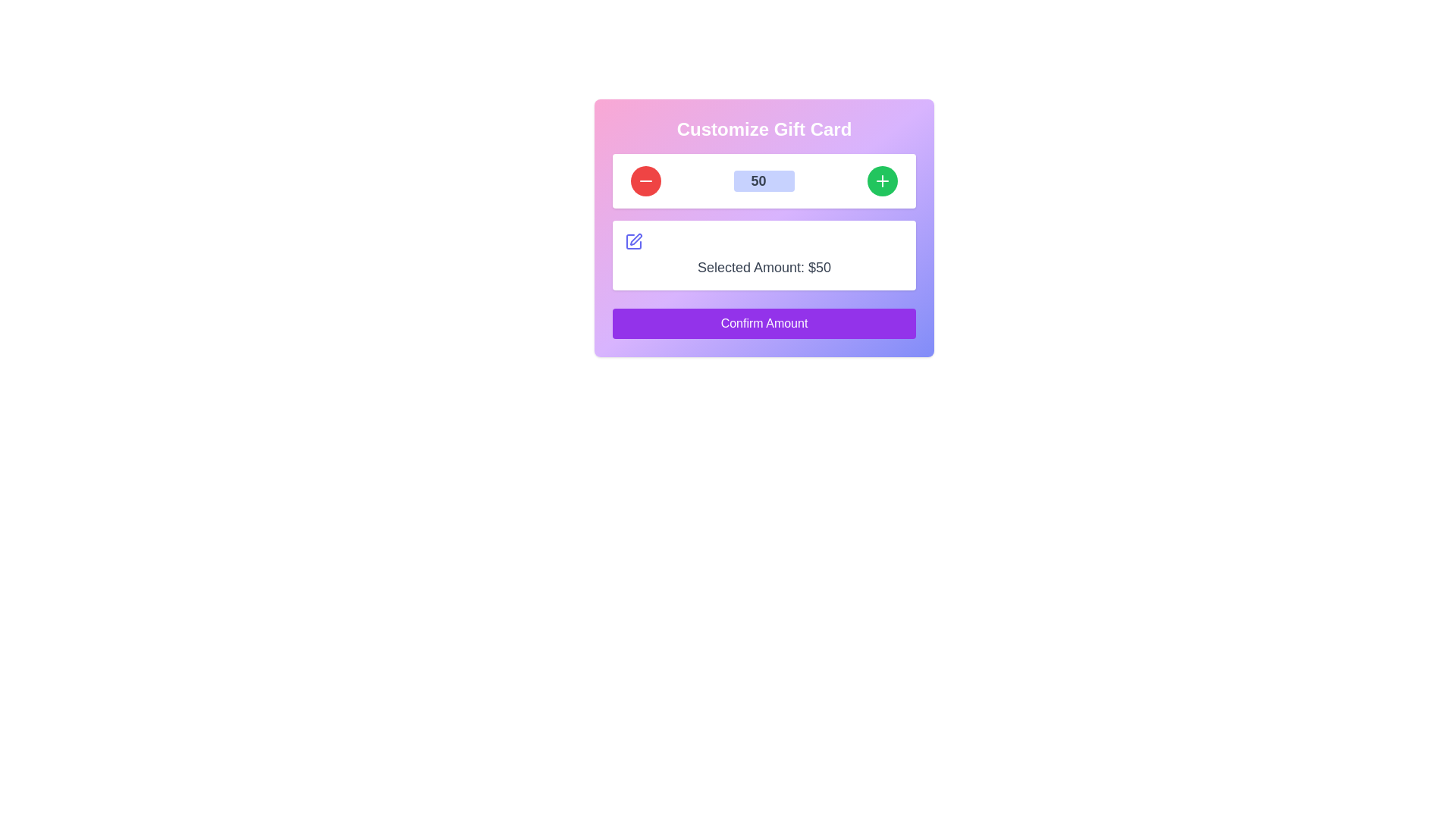 Image resolution: width=1456 pixels, height=819 pixels. I want to click on the leftmost button in the 'Customize Gift Card' section to decrement the numerical value displayed, which is currently '50', so click(645, 180).